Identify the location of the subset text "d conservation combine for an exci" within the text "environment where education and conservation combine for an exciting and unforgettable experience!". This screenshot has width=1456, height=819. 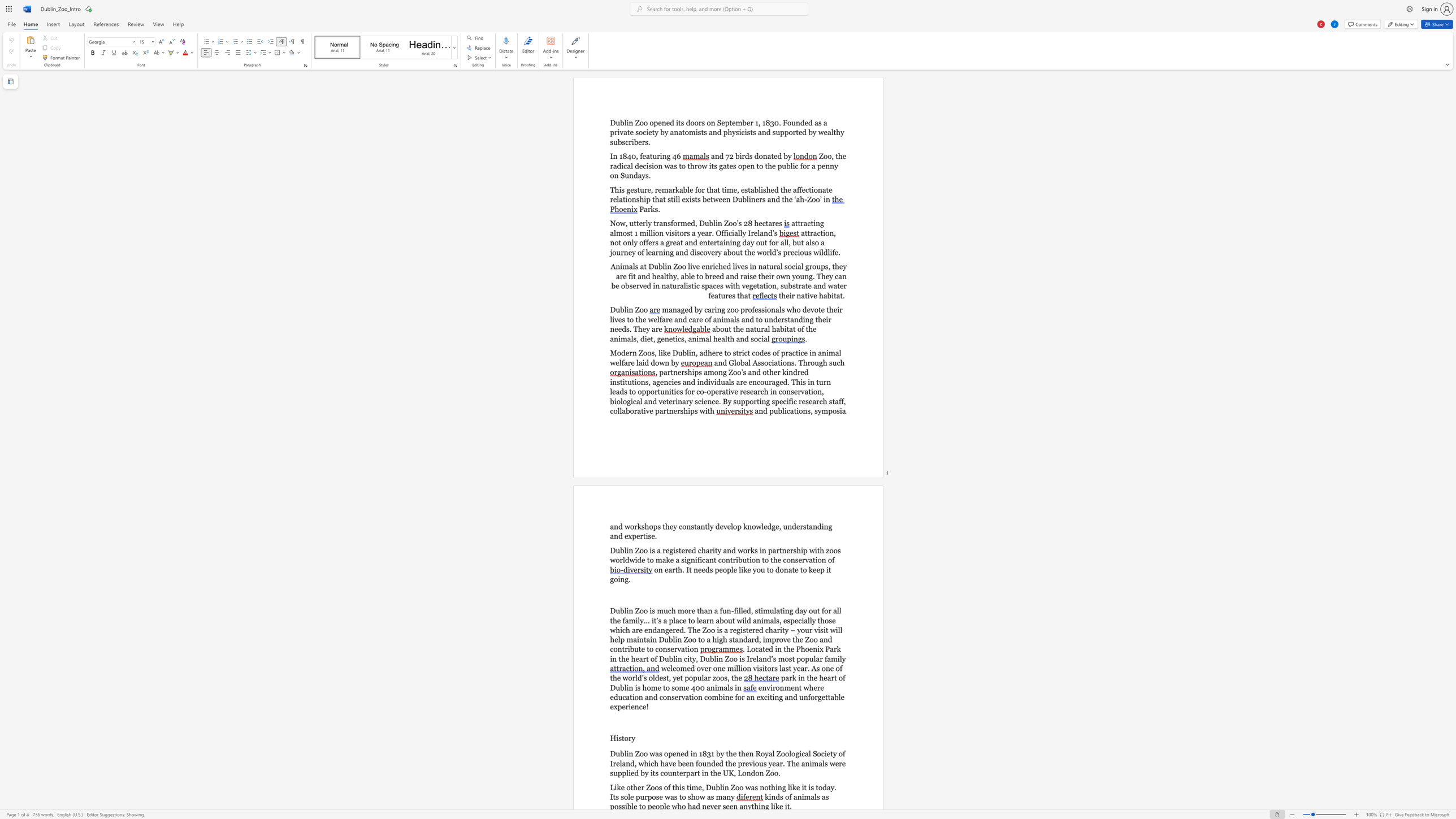
(653, 696).